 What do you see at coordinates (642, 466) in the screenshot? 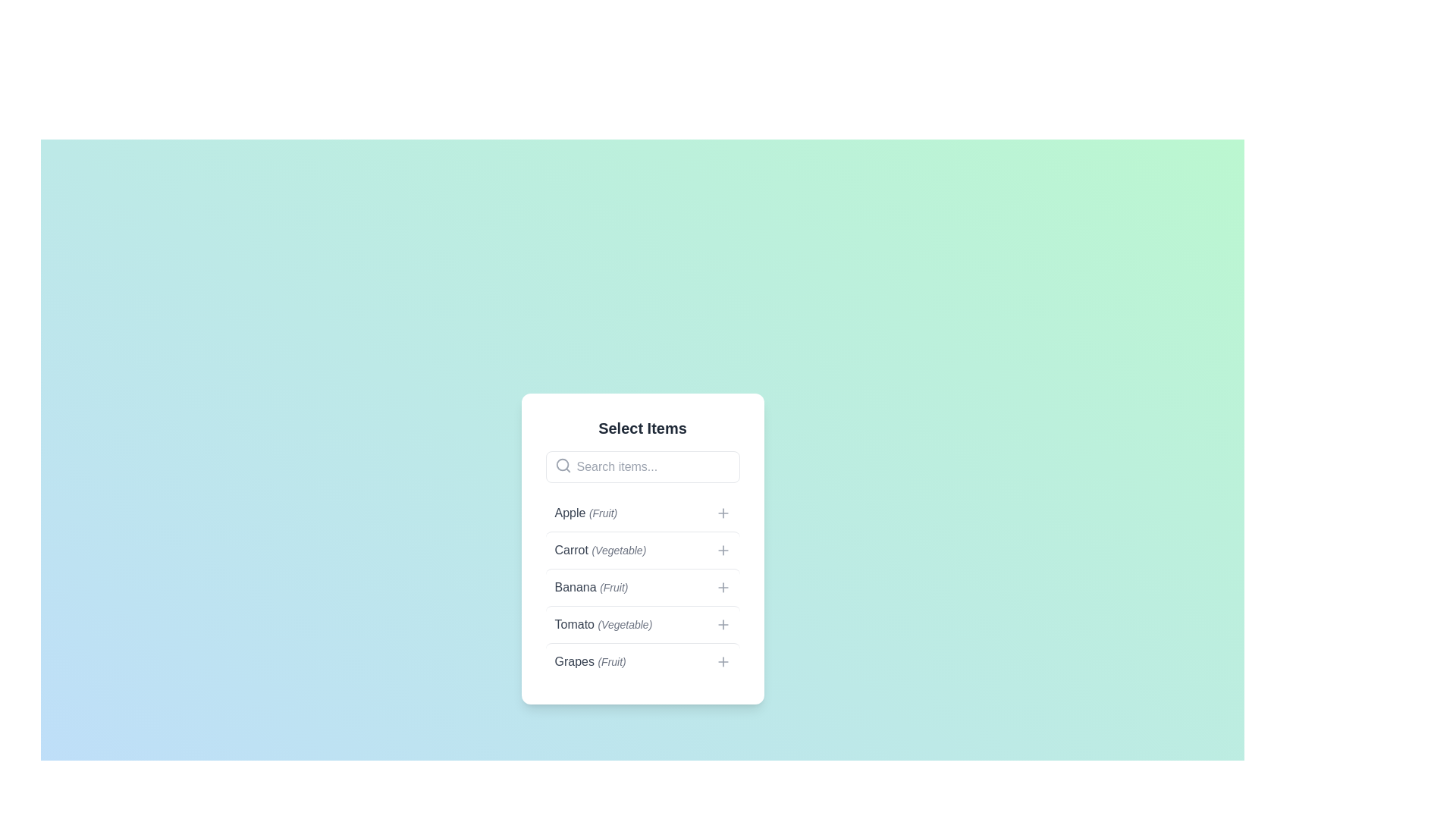
I see `the search input box located at the top of the list section within the 'Select Items' card interface` at bounding box center [642, 466].